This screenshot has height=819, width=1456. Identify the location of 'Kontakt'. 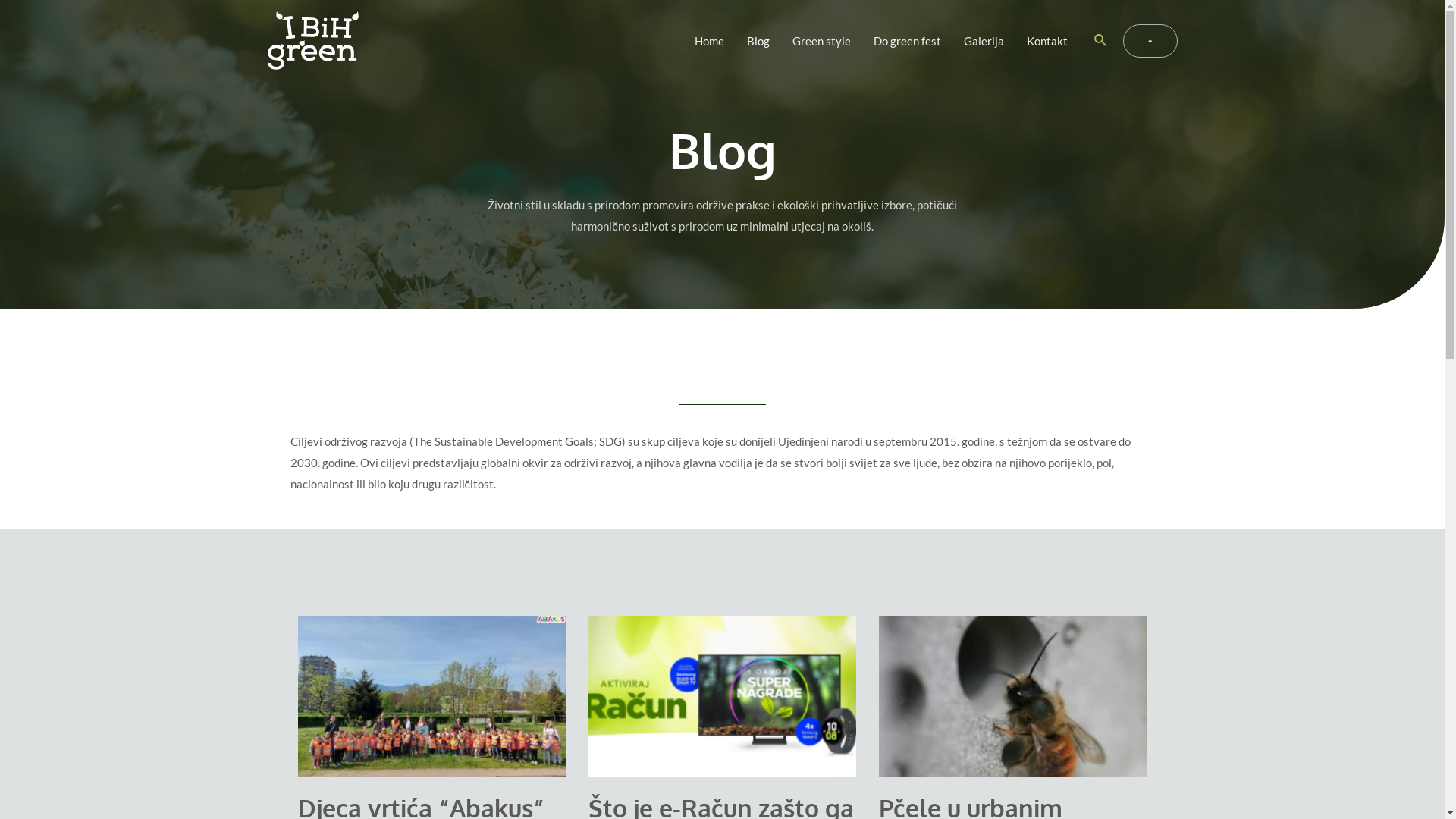
(1046, 40).